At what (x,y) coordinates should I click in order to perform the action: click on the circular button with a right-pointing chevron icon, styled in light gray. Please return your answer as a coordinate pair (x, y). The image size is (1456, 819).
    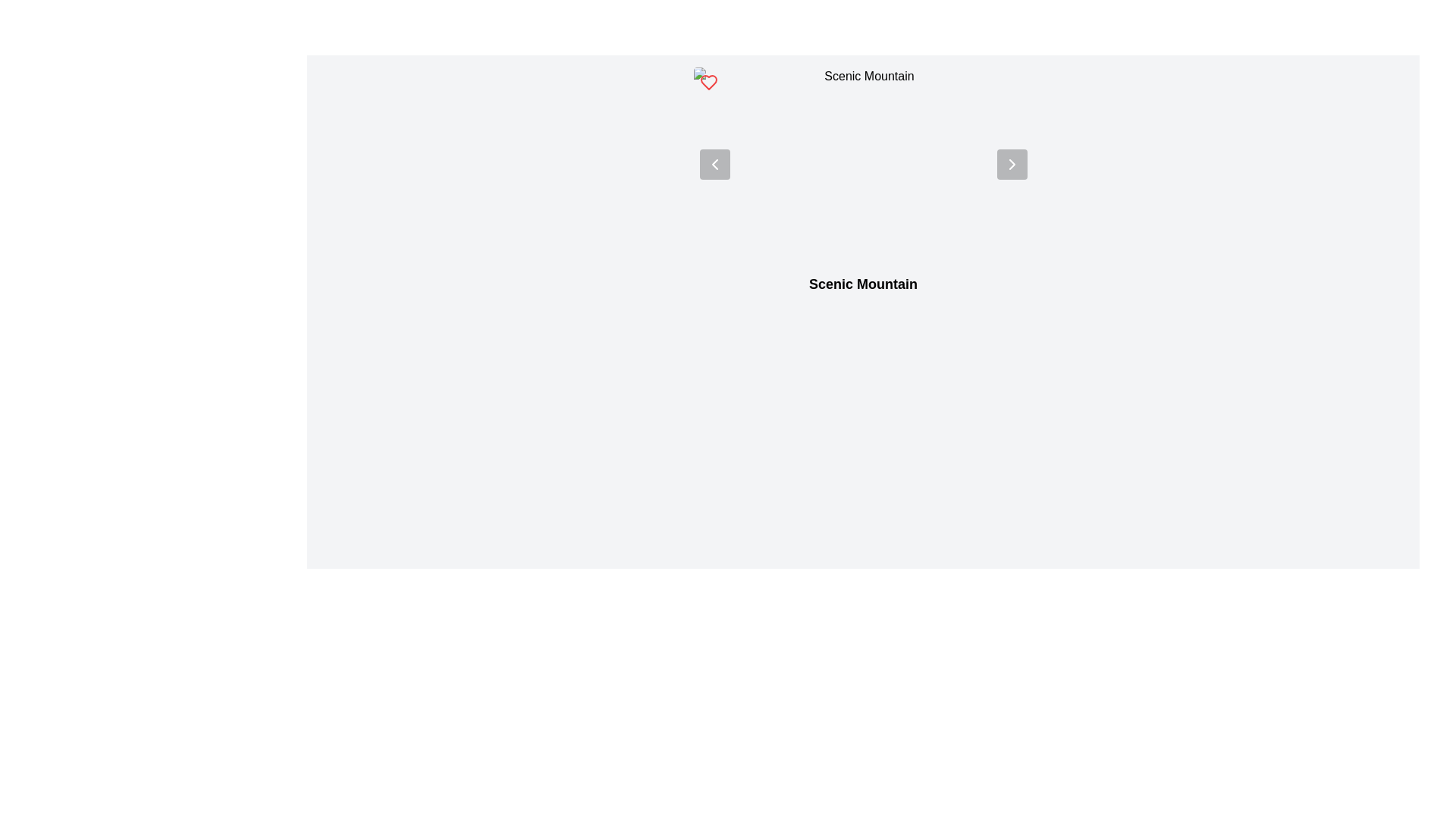
    Looking at the image, I should click on (1012, 164).